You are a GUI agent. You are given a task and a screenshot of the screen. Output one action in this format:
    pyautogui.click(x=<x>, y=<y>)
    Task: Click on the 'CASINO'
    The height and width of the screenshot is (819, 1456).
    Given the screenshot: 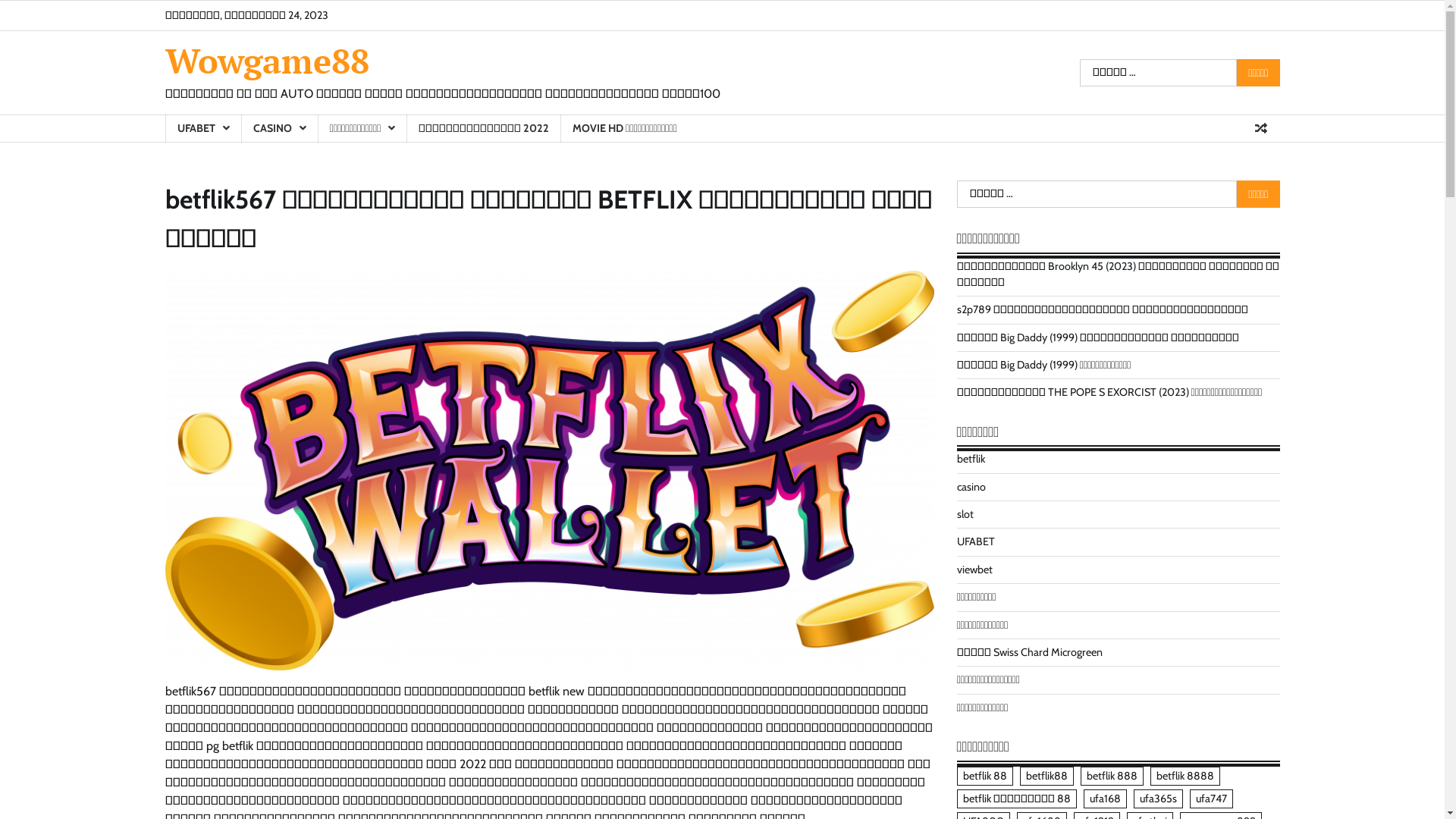 What is the action you would take?
    pyautogui.click(x=279, y=127)
    